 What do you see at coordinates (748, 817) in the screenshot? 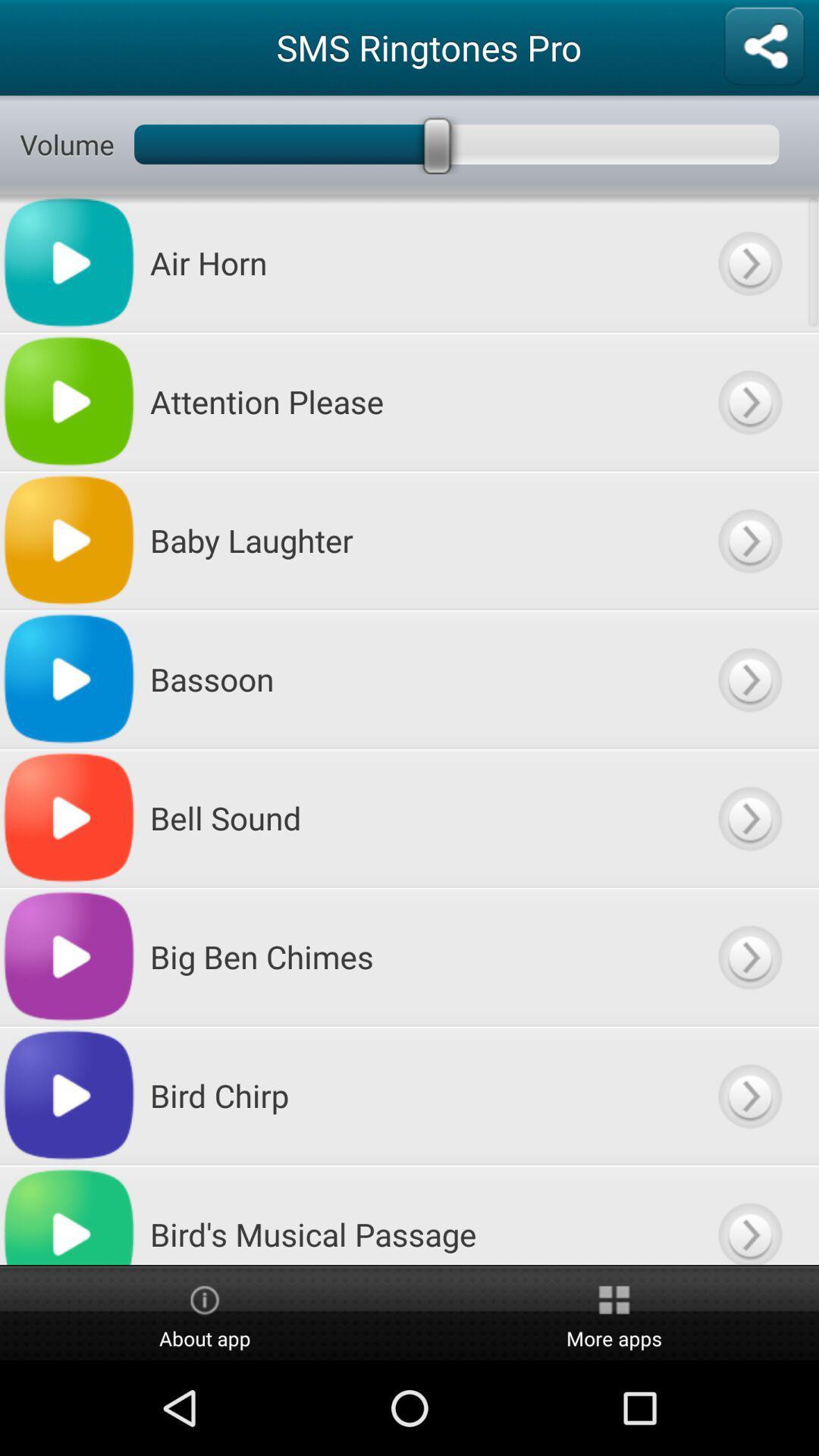
I see `ptturn` at bounding box center [748, 817].